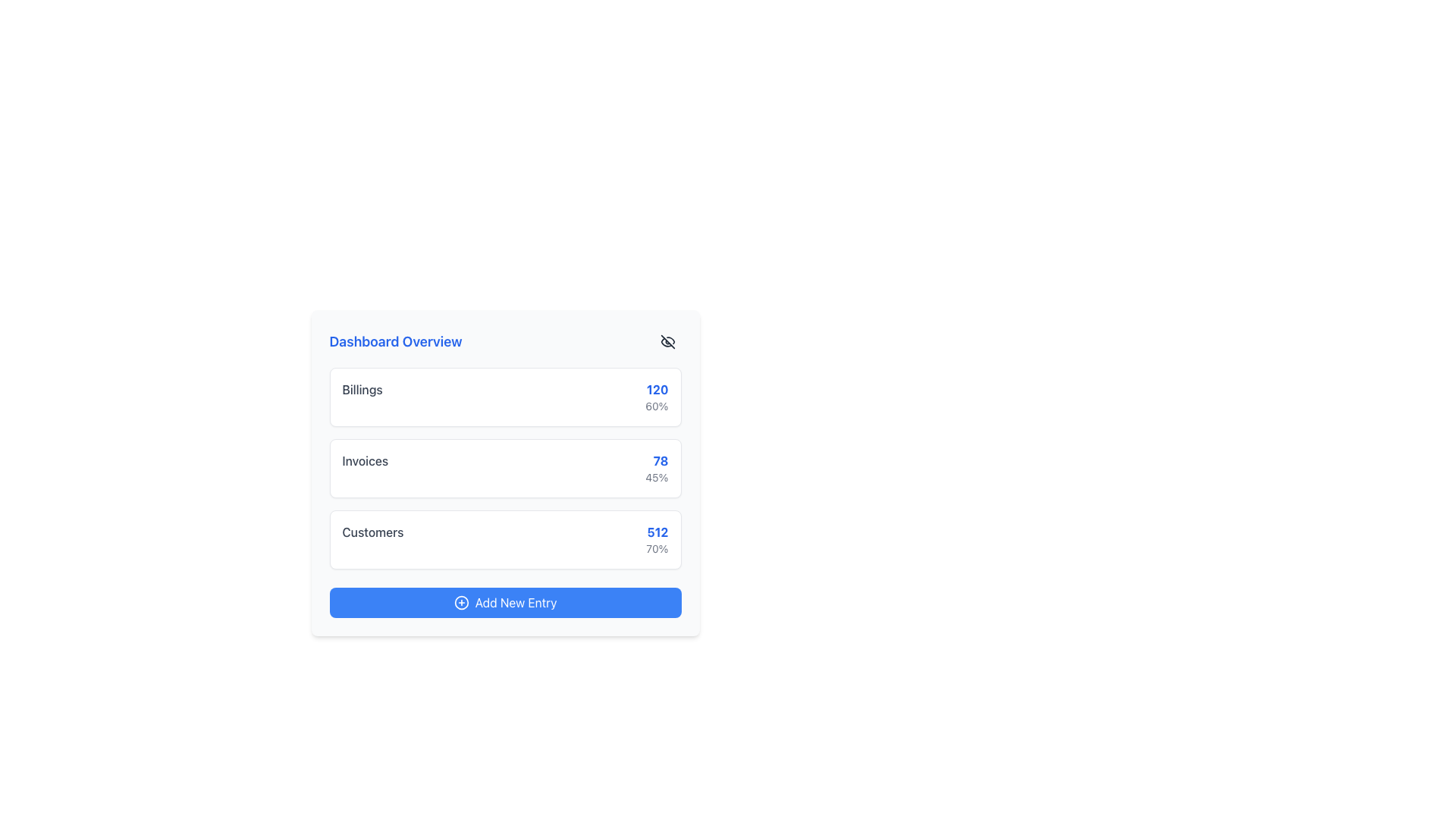 The height and width of the screenshot is (819, 1456). What do you see at coordinates (505, 539) in the screenshot?
I see `the 'Customers' summary card, which displays the number '512' and the percentage '70%'. This card is the third in a vertical stack of cards on the dashboard` at bounding box center [505, 539].